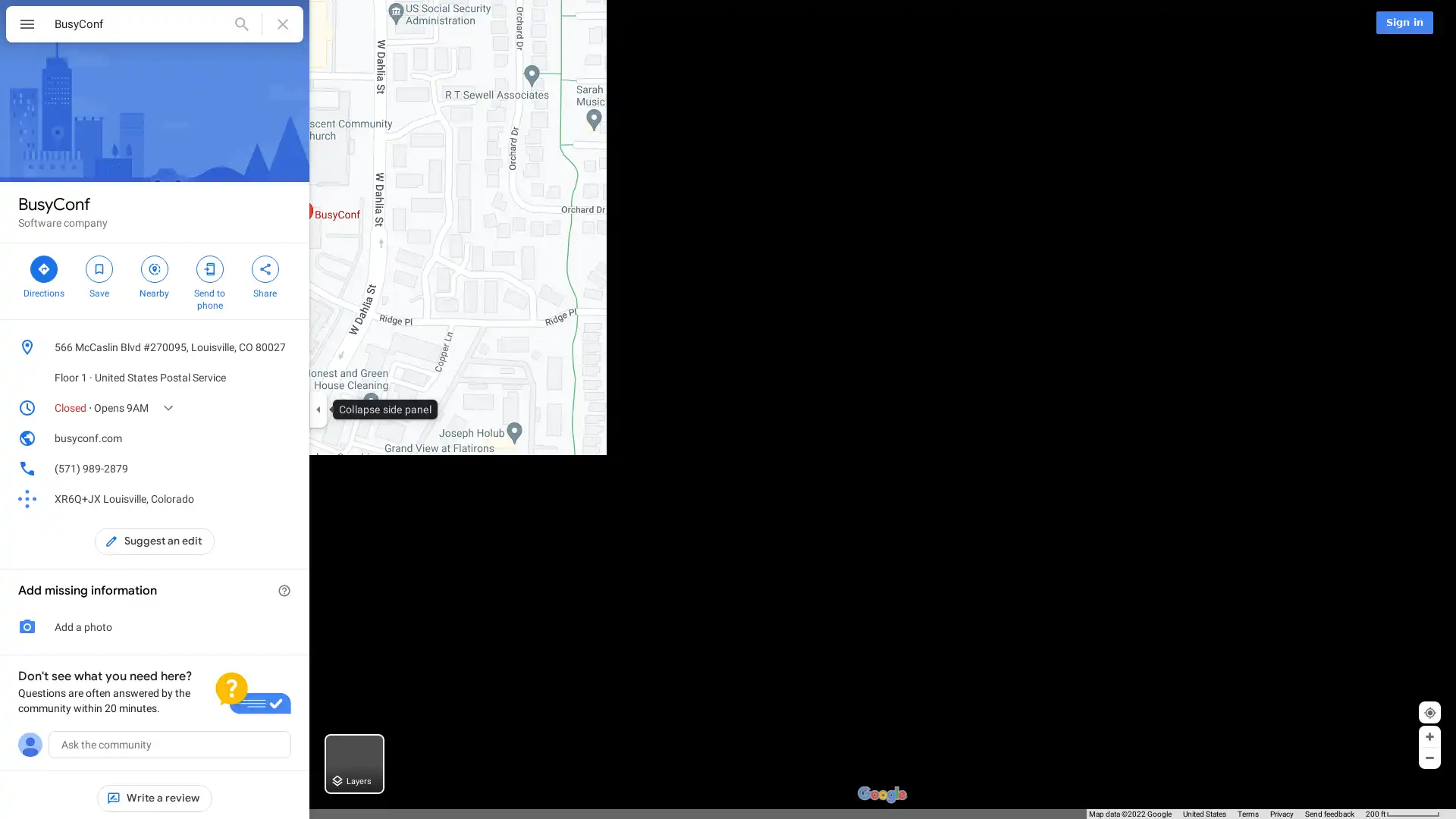 This screenshot has height=819, width=1456. I want to click on Menu, so click(27, 26).